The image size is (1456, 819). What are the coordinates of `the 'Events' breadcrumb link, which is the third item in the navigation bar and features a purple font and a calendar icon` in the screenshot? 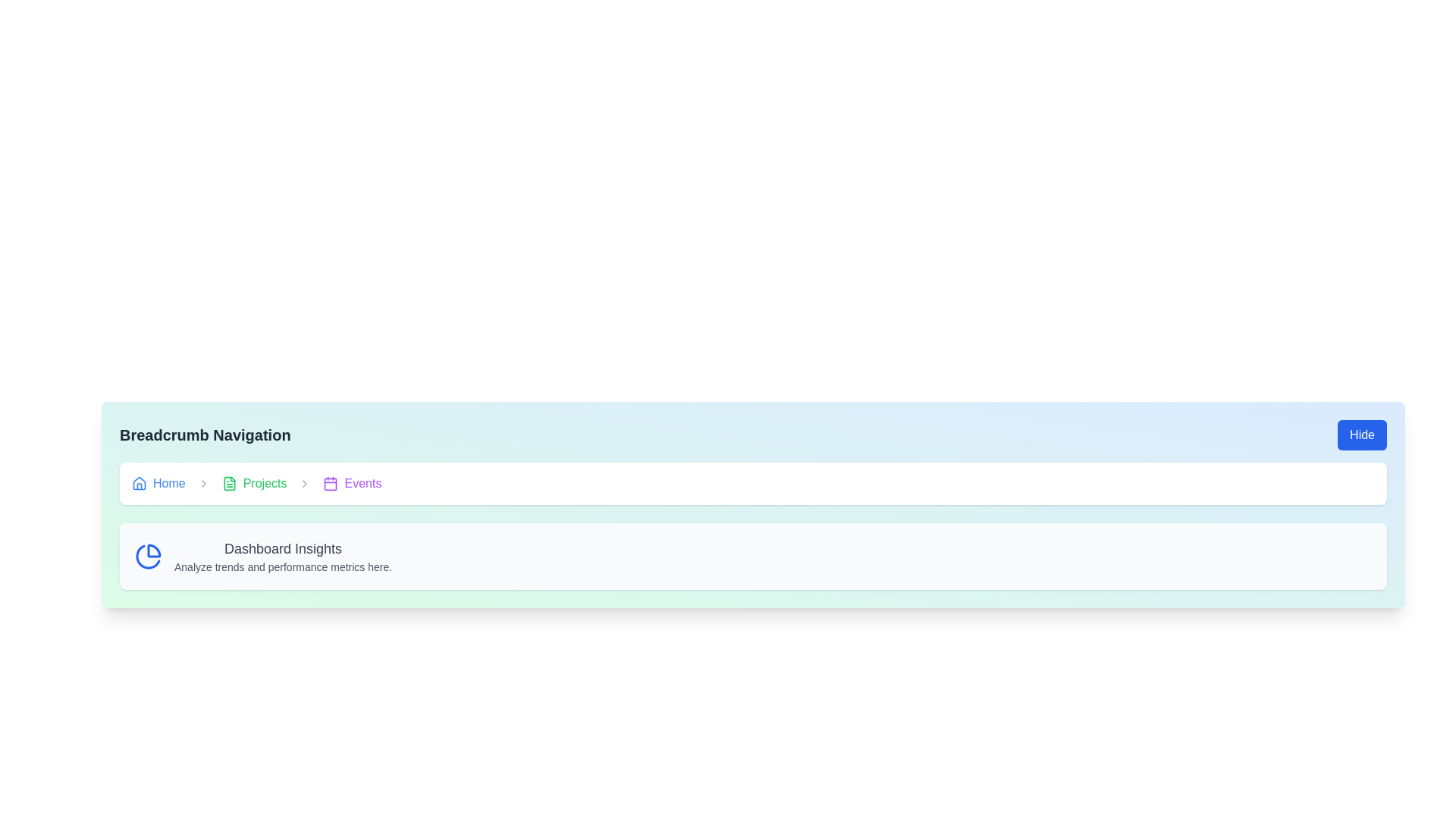 It's located at (352, 483).